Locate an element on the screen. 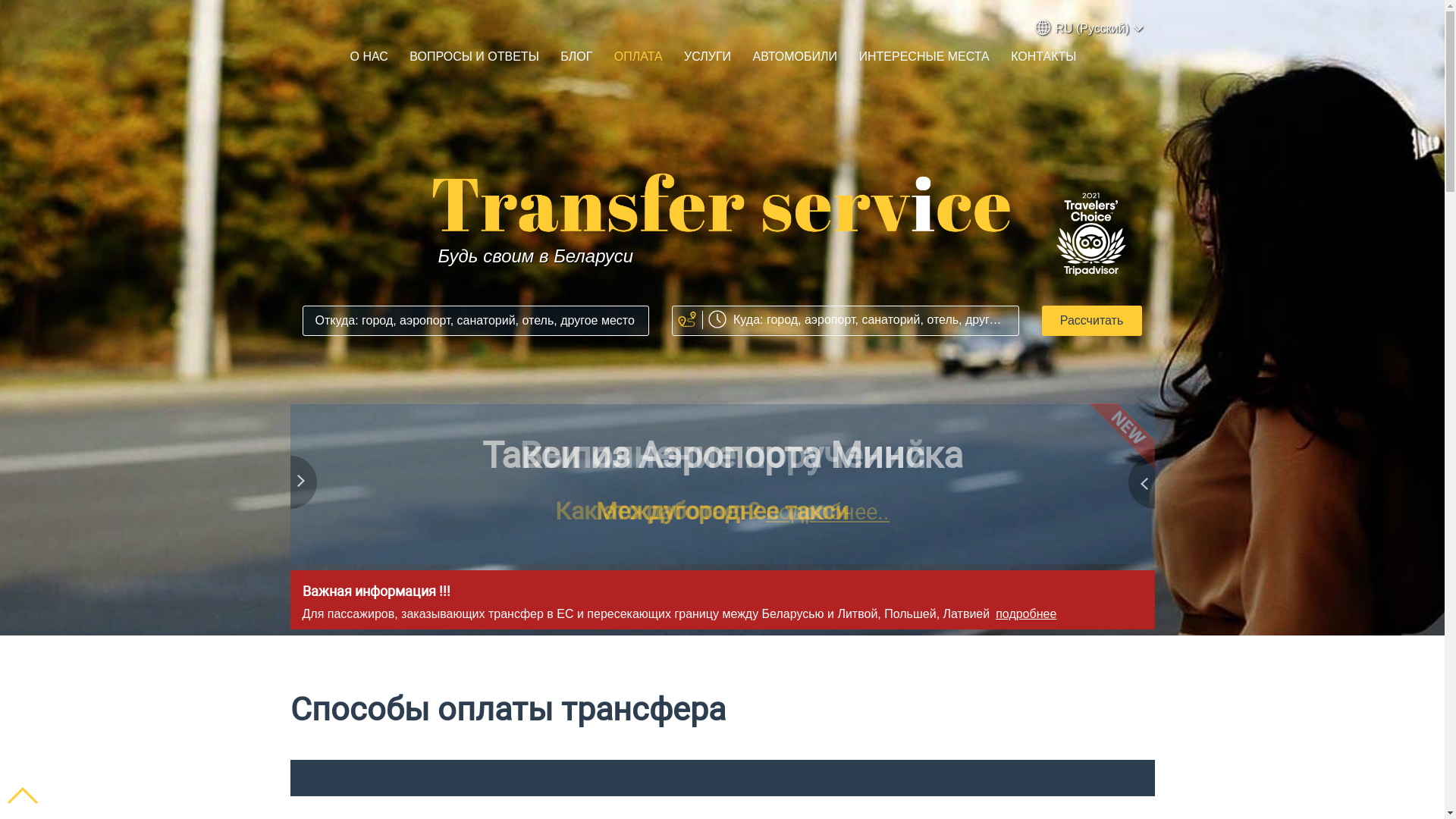  'Previous' is located at coordinates (304, 485).